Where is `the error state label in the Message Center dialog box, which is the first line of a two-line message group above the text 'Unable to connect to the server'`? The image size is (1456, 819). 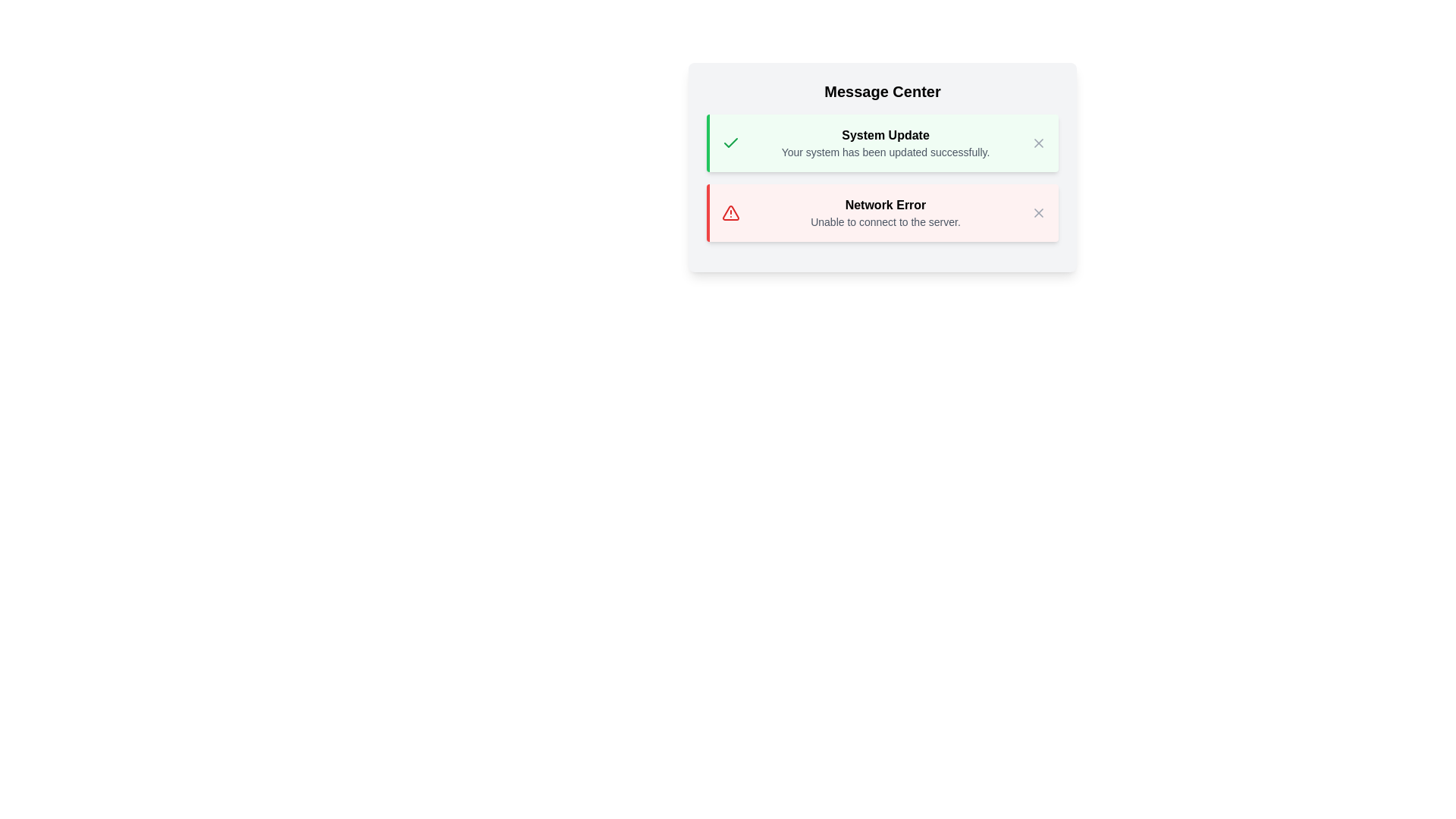
the error state label in the Message Center dialog box, which is the first line of a two-line message group above the text 'Unable to connect to the server' is located at coordinates (885, 205).